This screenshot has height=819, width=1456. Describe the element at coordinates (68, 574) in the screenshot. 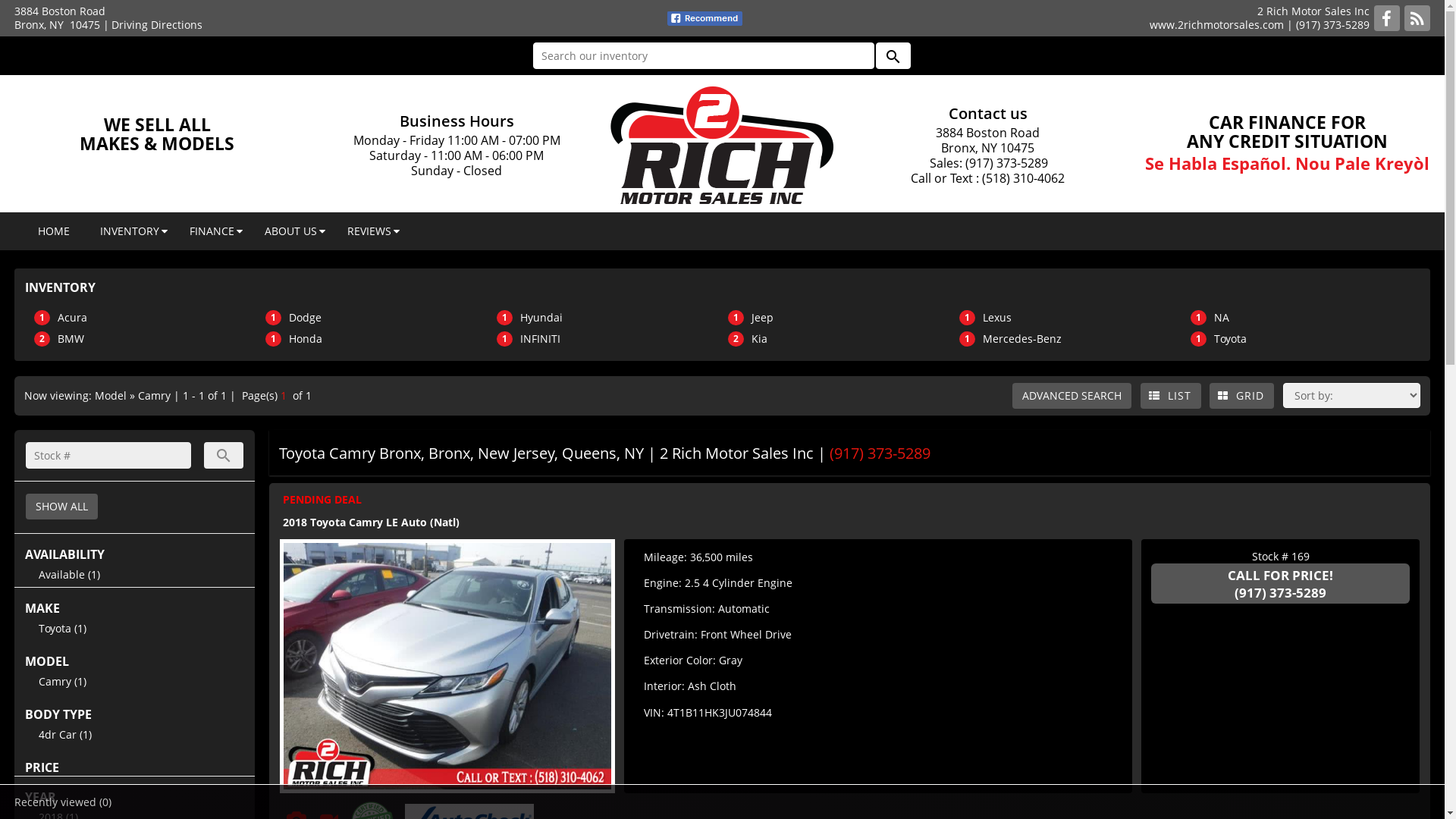

I see `'Available (1)'` at that location.